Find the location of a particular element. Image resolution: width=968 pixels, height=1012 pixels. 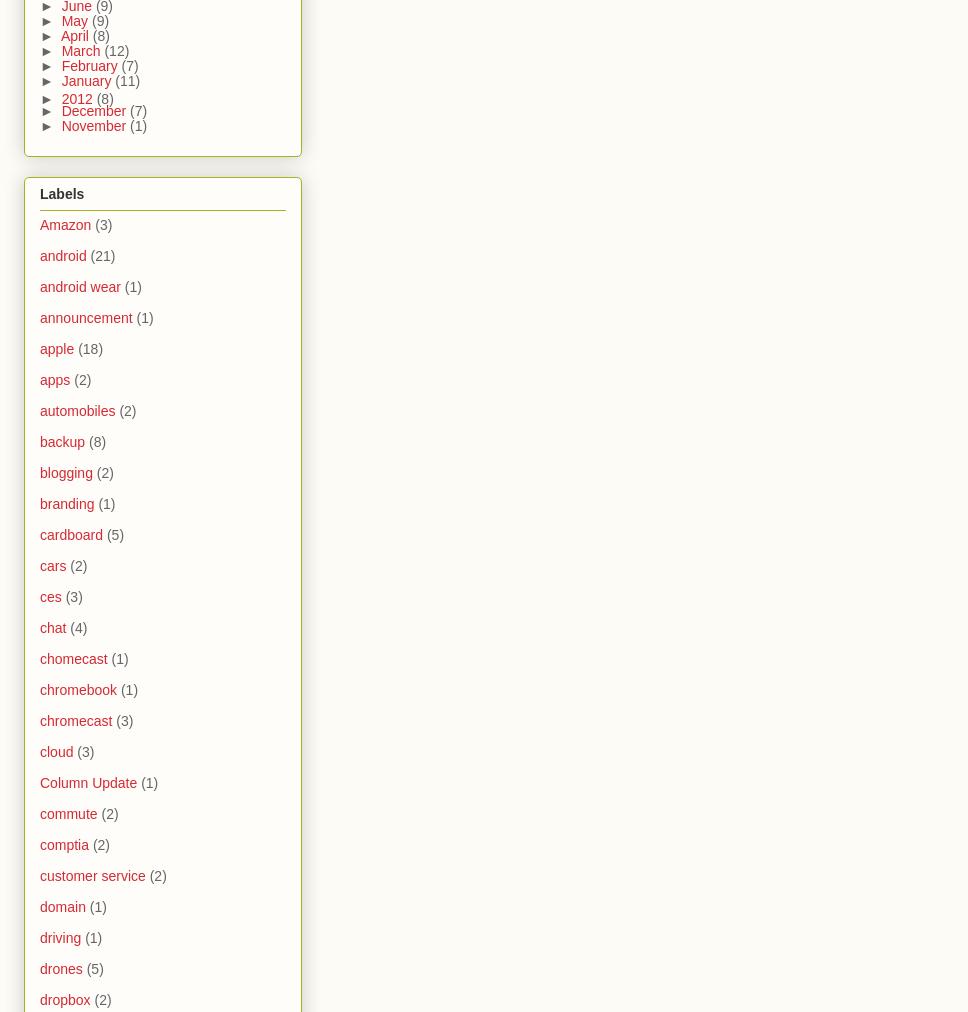

'drones' is located at coordinates (59, 968).